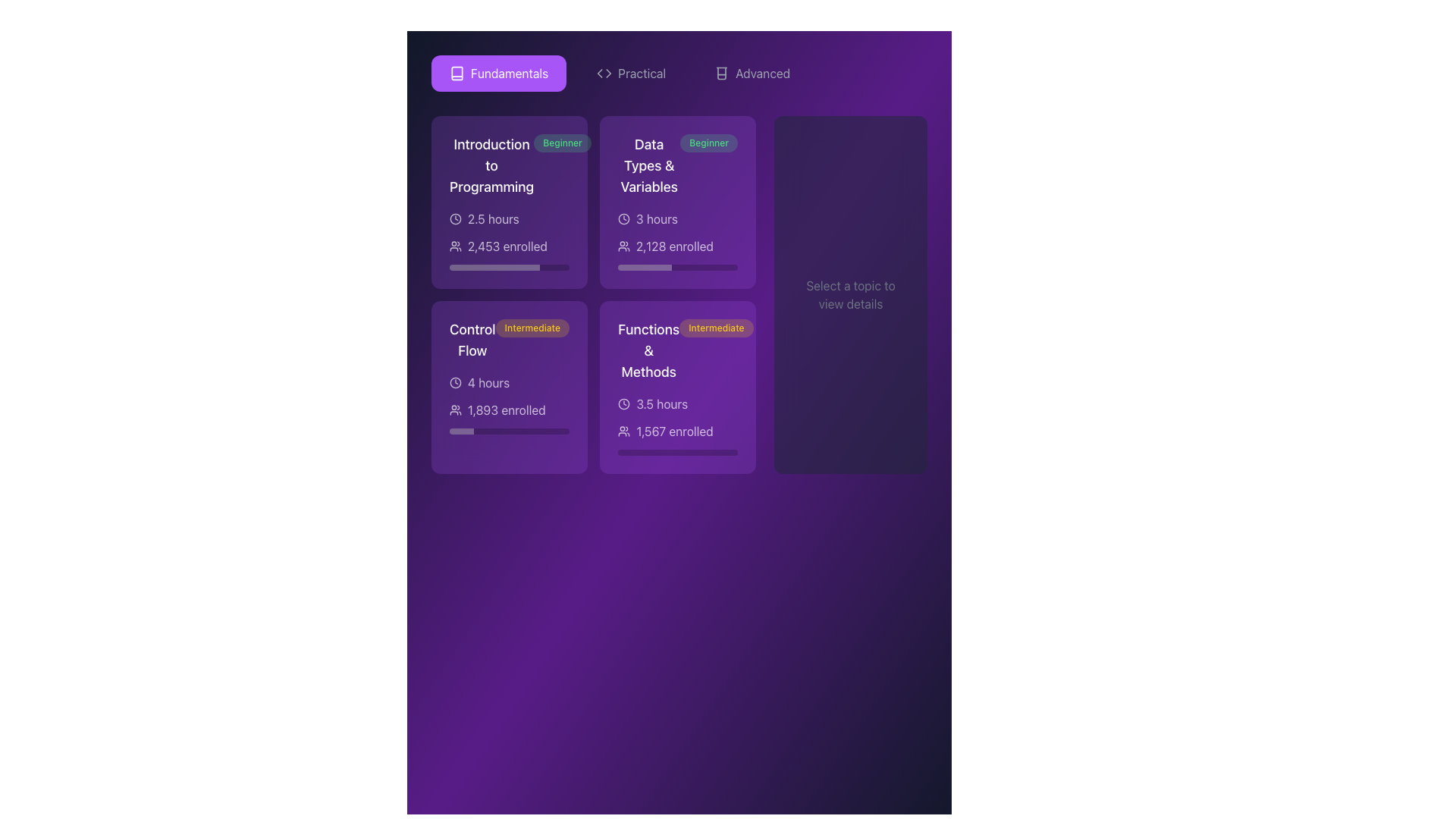  What do you see at coordinates (454, 409) in the screenshot?
I see `the icon representing enrollment participants, which is located to the left of the text '1,893 enrolled' within the bottom-left quadrant of the 'Control Flow' card` at bounding box center [454, 409].